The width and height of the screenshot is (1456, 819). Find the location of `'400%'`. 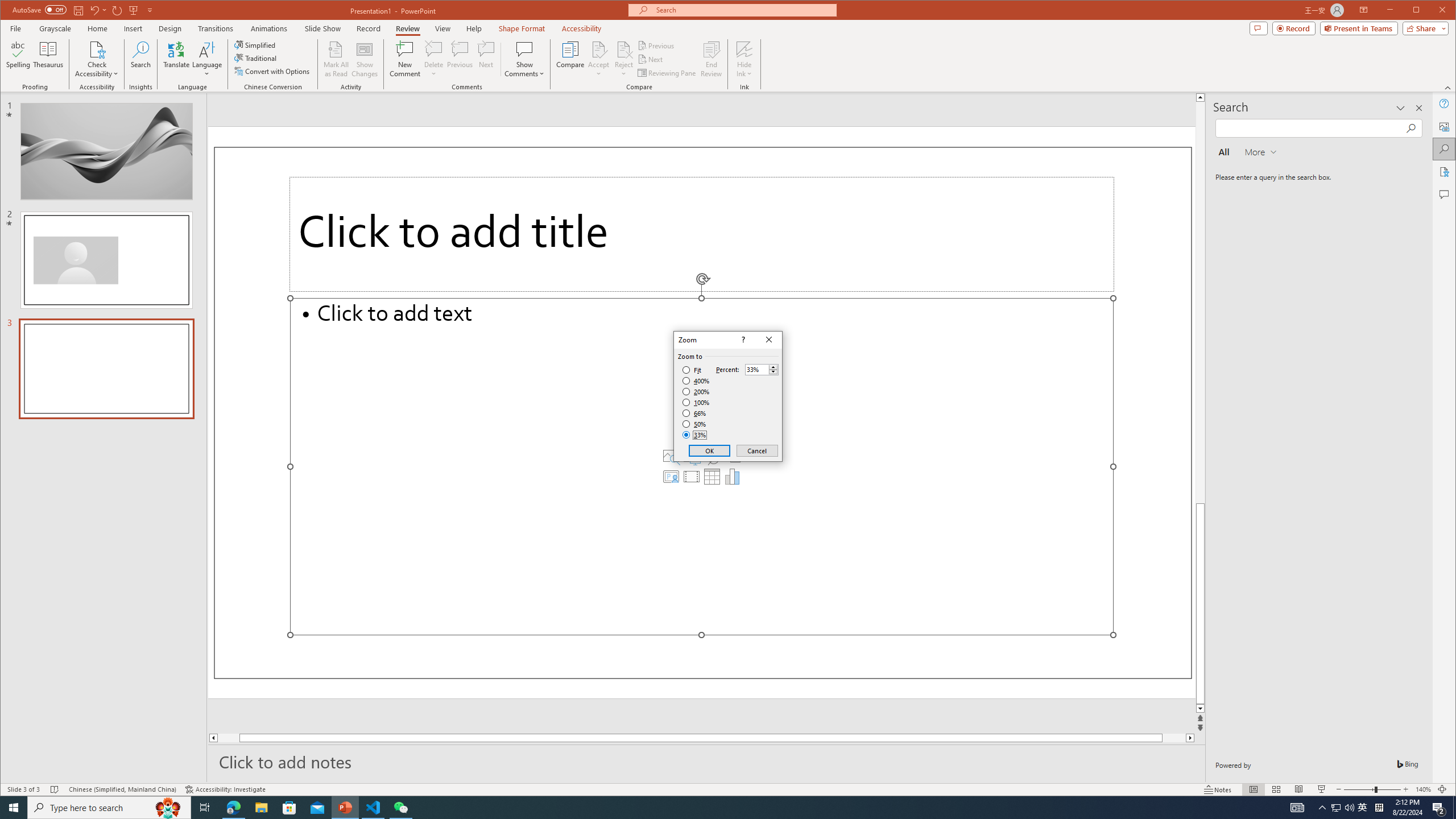

'400%' is located at coordinates (696, 381).